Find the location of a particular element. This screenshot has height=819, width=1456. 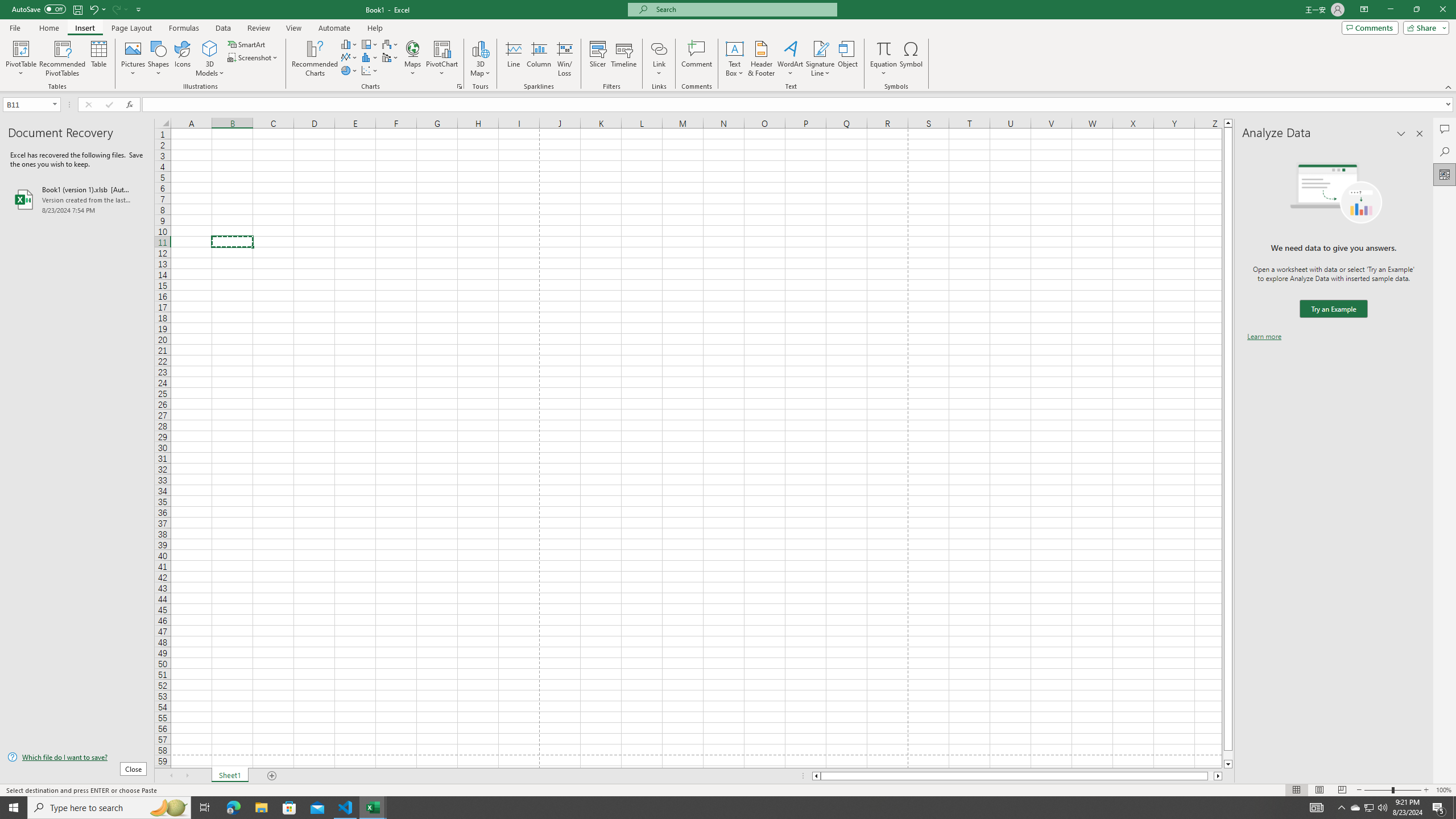

'Insert Line or Area Chart' is located at coordinates (349, 56).